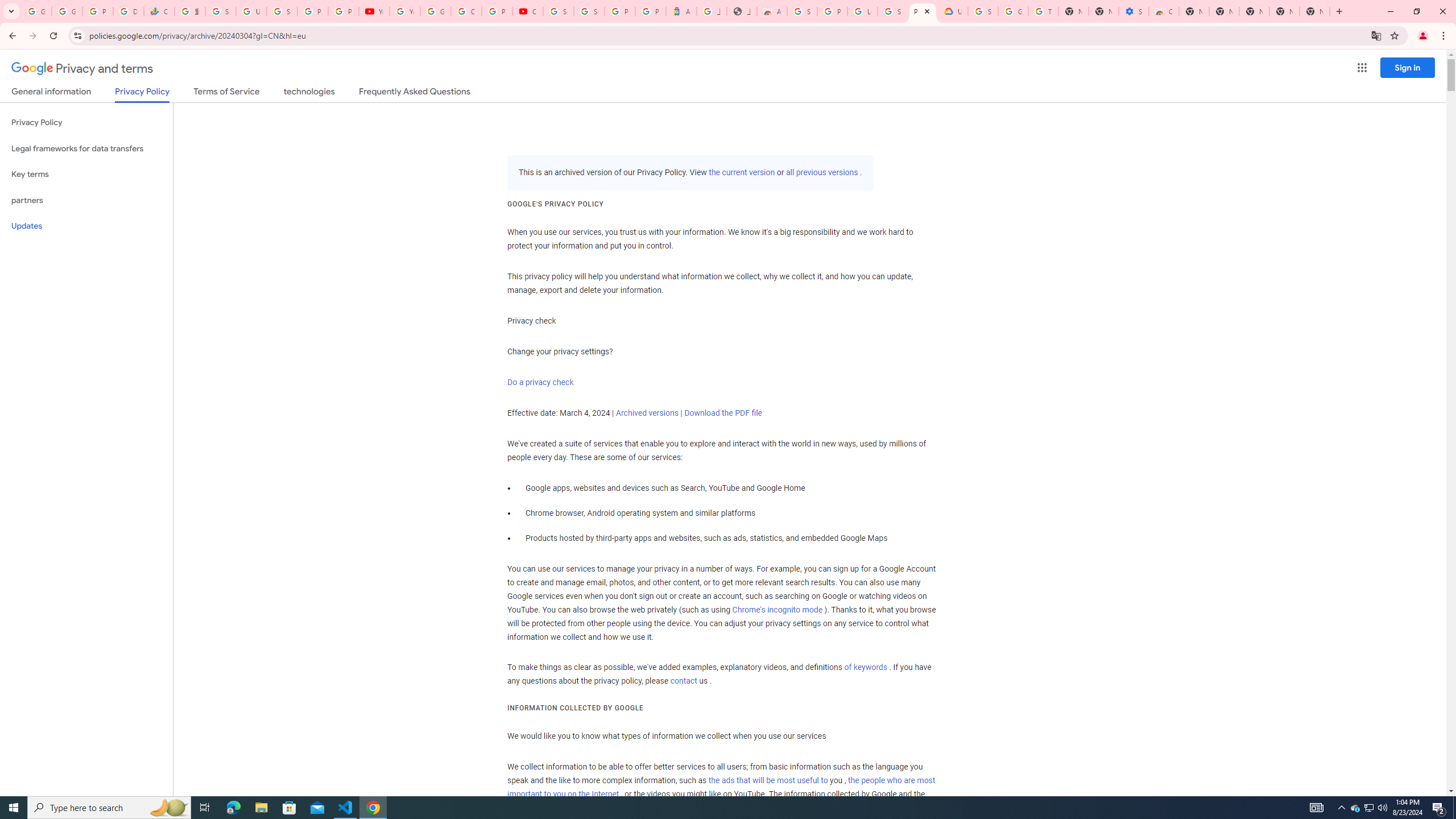 This screenshot has width=1456, height=819. Describe the element at coordinates (413, 93) in the screenshot. I see `'Frequently Asked Questions'` at that location.